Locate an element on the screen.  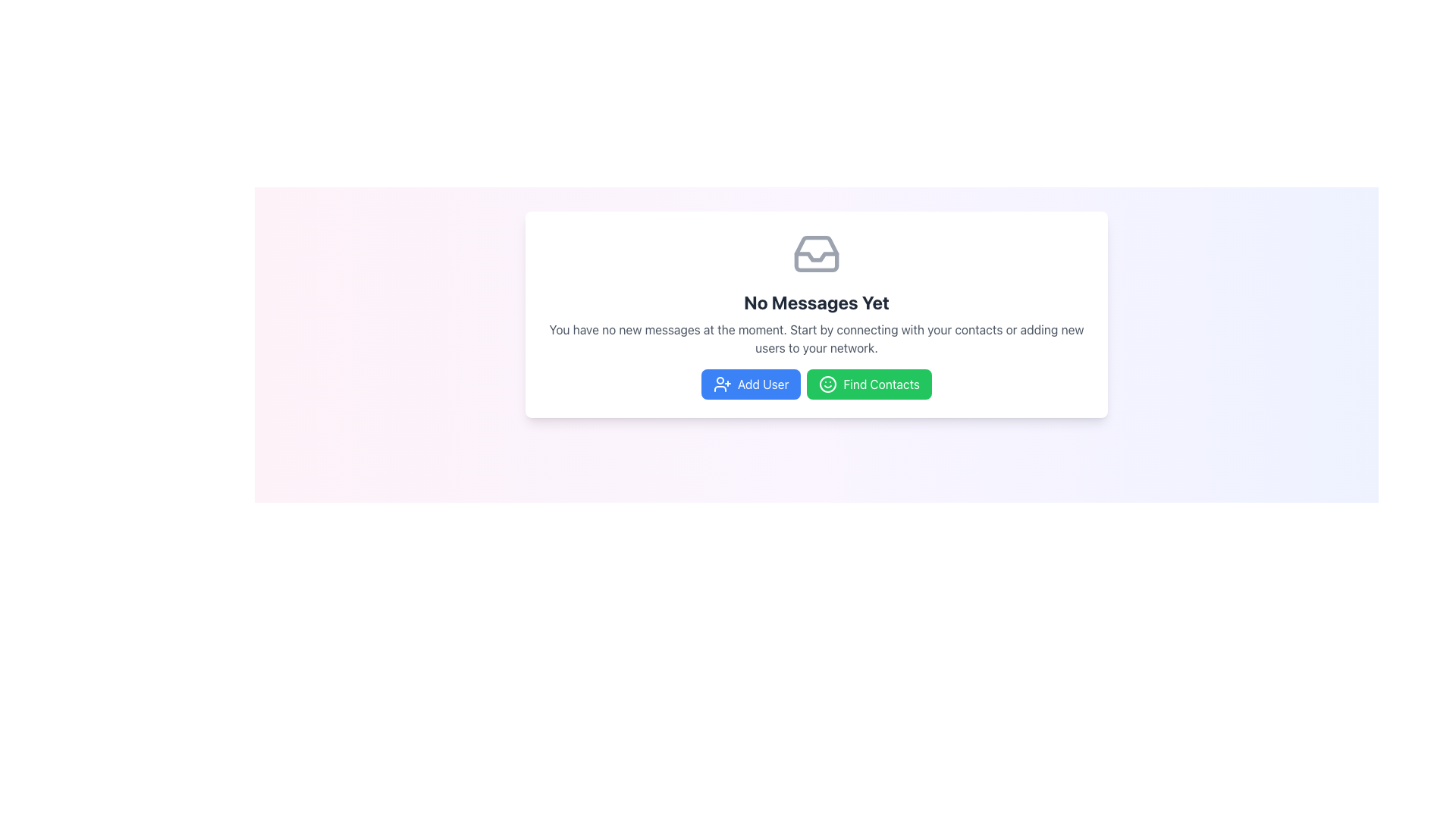
the 'Add User' button, which includes the vector graphic icon indicating the addition of a user, located centered horizontally within the blue button to the left of the 'Find Contacts' button is located at coordinates (721, 383).